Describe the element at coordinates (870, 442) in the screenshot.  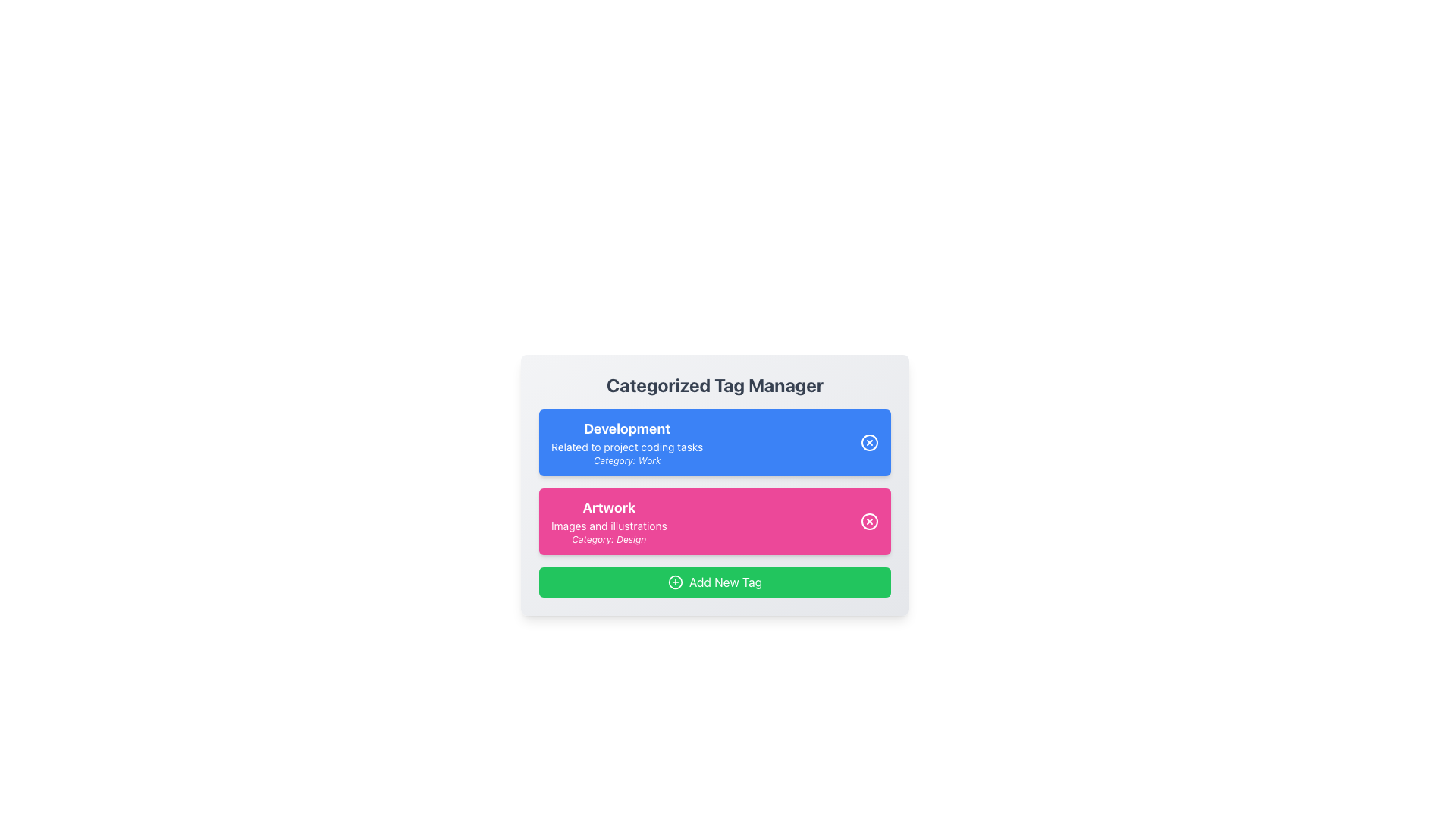
I see `the button in the top-right corner of the 'Development' section` at that location.